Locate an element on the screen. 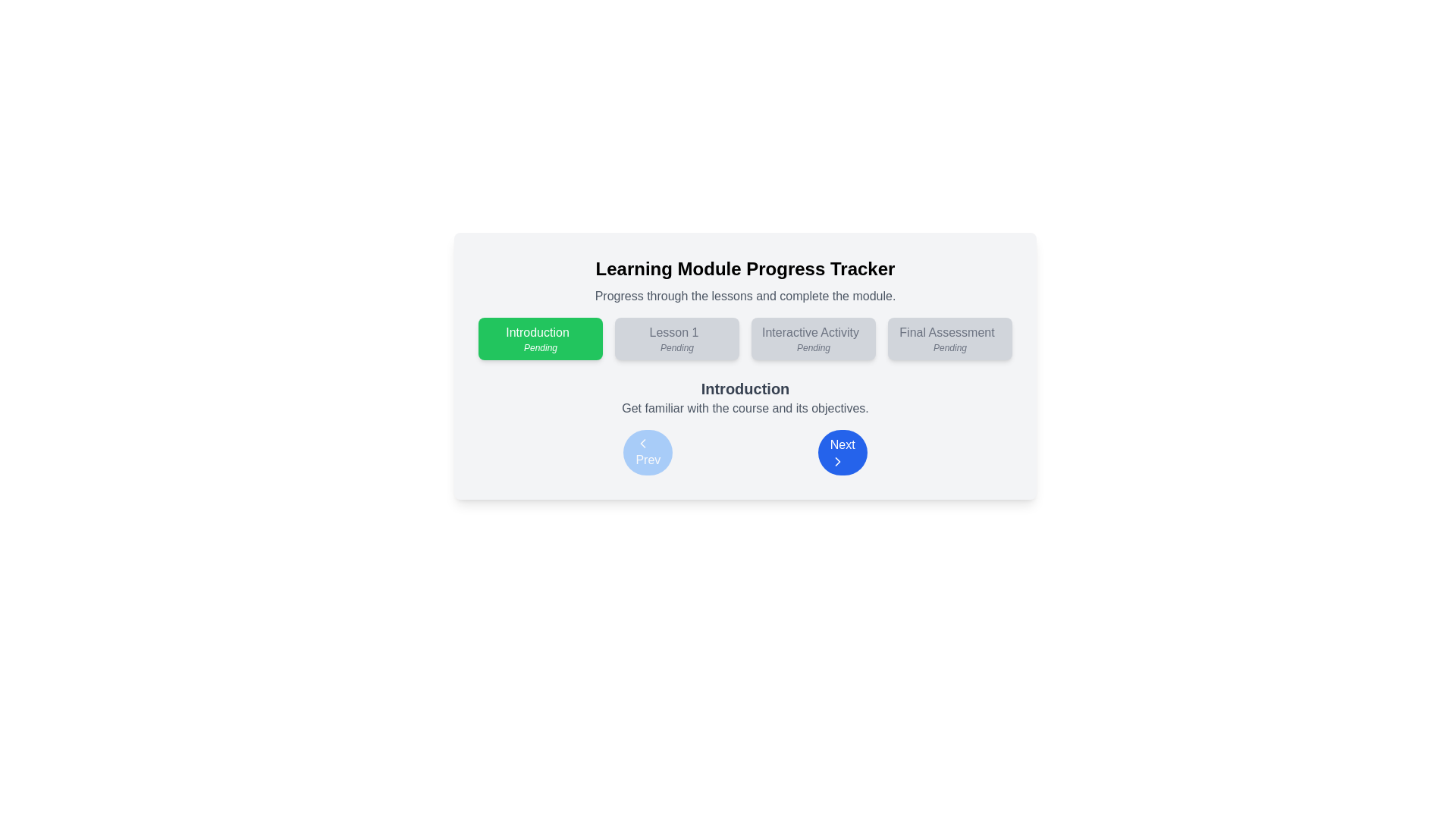 Image resolution: width=1456 pixels, height=819 pixels. the 'Lesson 1' button, which is a rectangular button with a light gray background and centered text is located at coordinates (676, 338).